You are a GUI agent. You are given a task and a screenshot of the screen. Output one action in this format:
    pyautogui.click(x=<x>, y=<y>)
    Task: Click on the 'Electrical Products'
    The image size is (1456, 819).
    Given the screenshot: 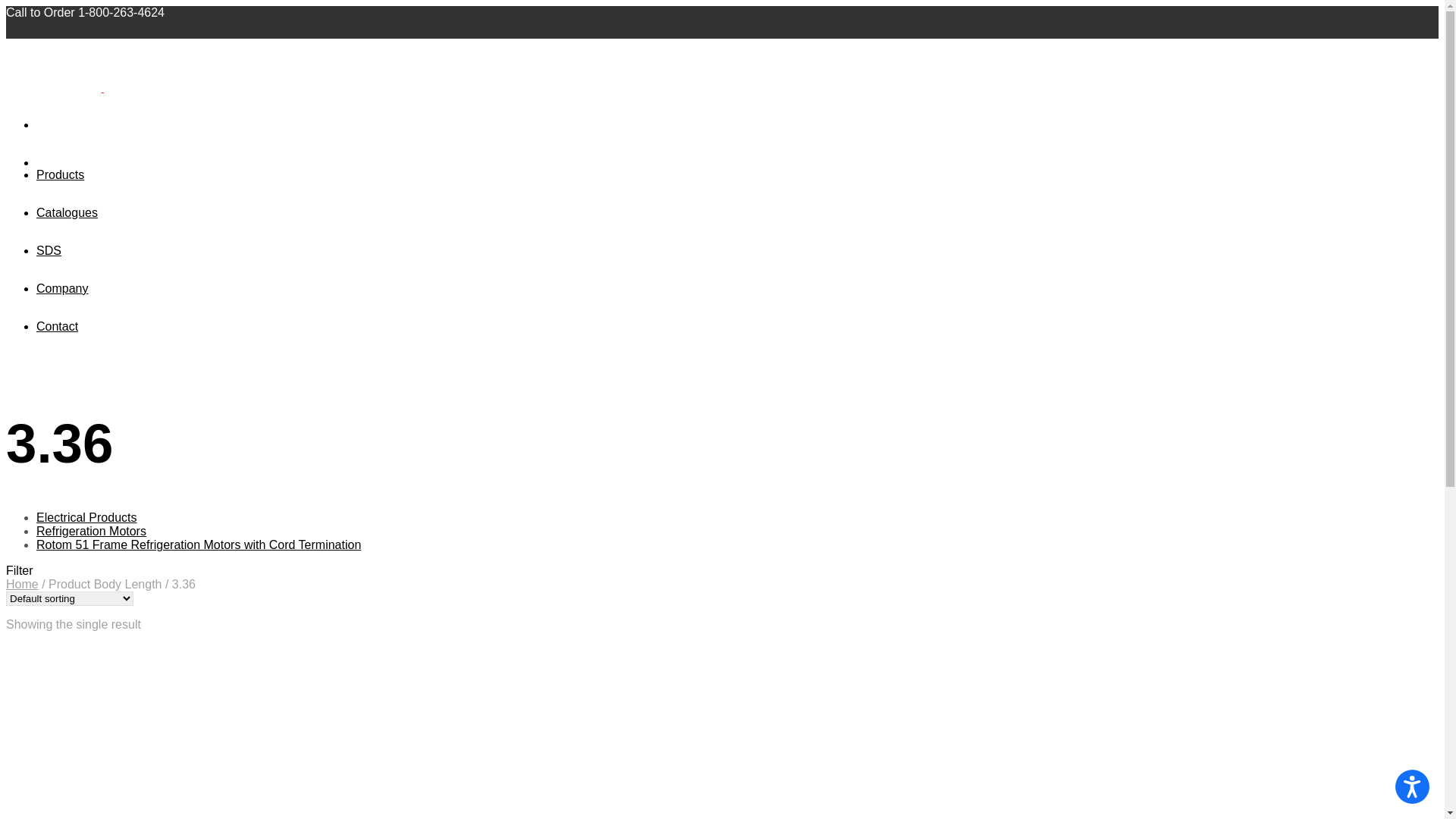 What is the action you would take?
    pyautogui.click(x=86, y=516)
    